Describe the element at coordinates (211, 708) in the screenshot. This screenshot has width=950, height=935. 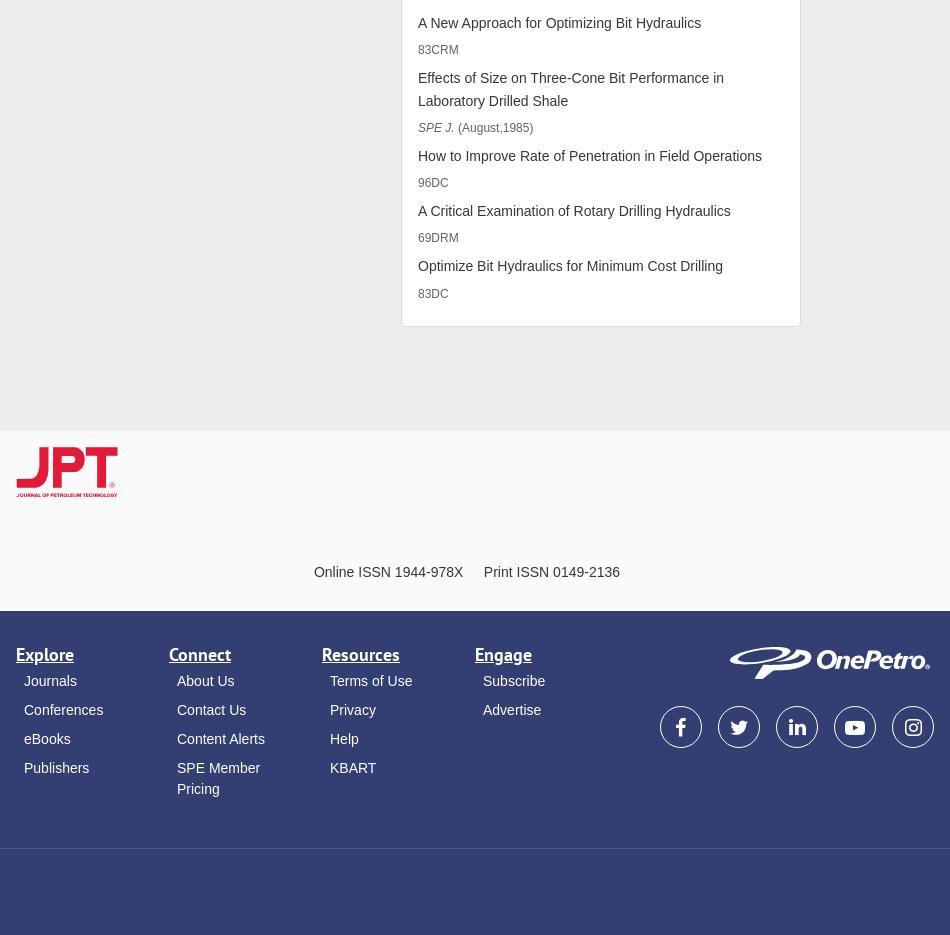
I see `'Contact Us'` at that location.